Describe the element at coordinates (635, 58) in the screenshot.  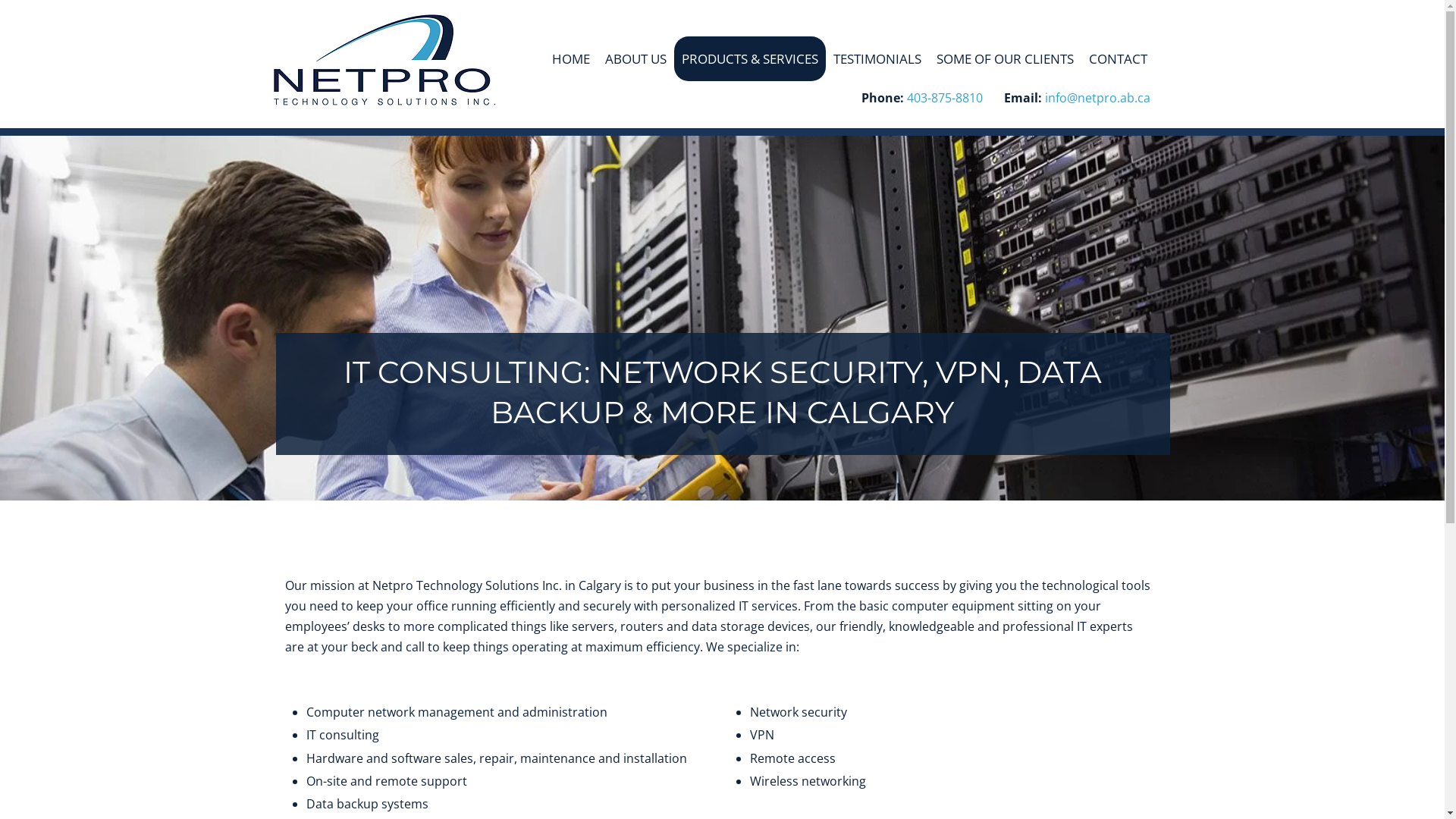
I see `'ABOUT US'` at that location.